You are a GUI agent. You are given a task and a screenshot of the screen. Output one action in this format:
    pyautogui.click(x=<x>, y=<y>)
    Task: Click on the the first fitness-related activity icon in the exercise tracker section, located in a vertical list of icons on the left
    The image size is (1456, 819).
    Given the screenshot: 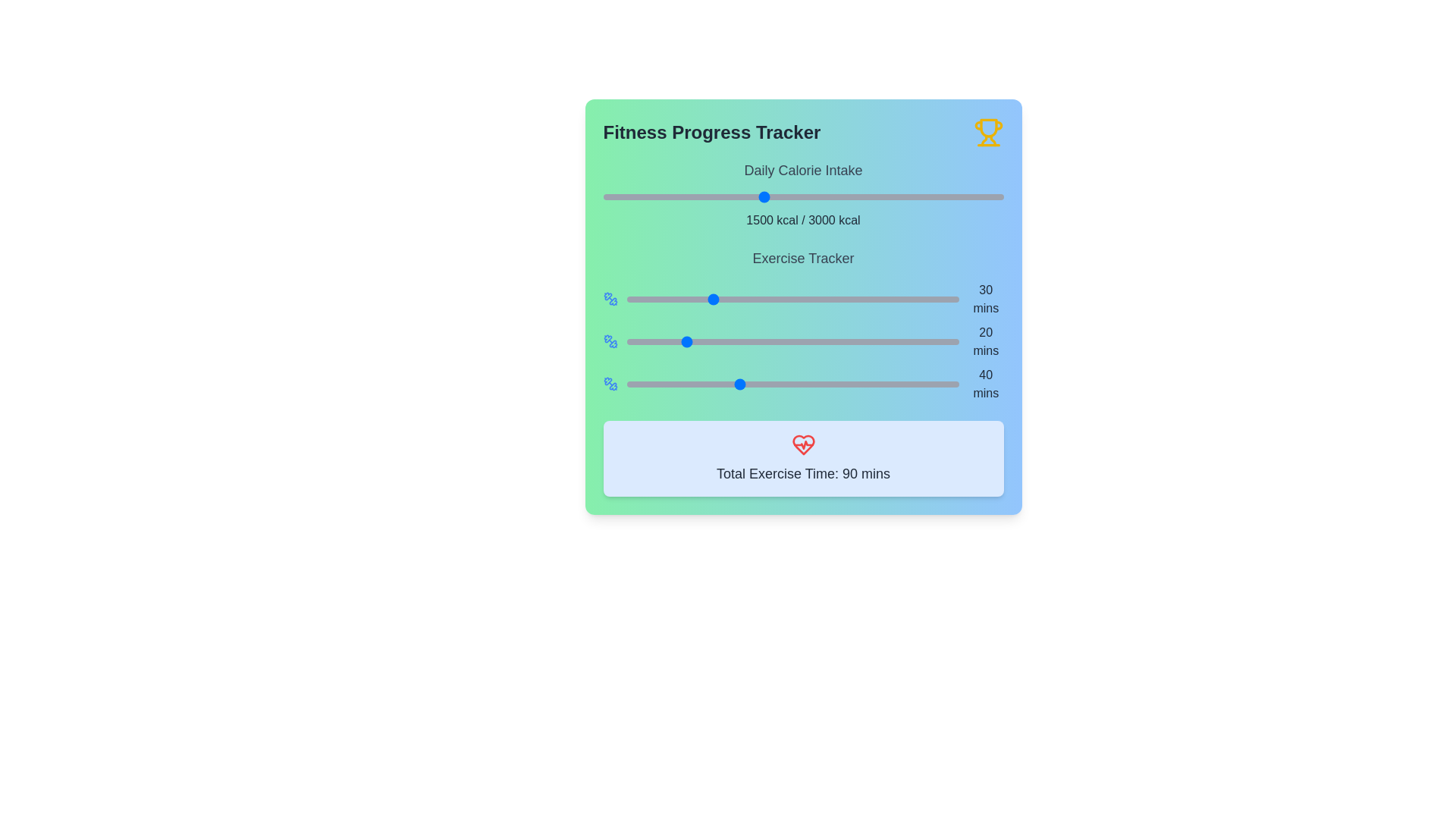 What is the action you would take?
    pyautogui.click(x=607, y=297)
    